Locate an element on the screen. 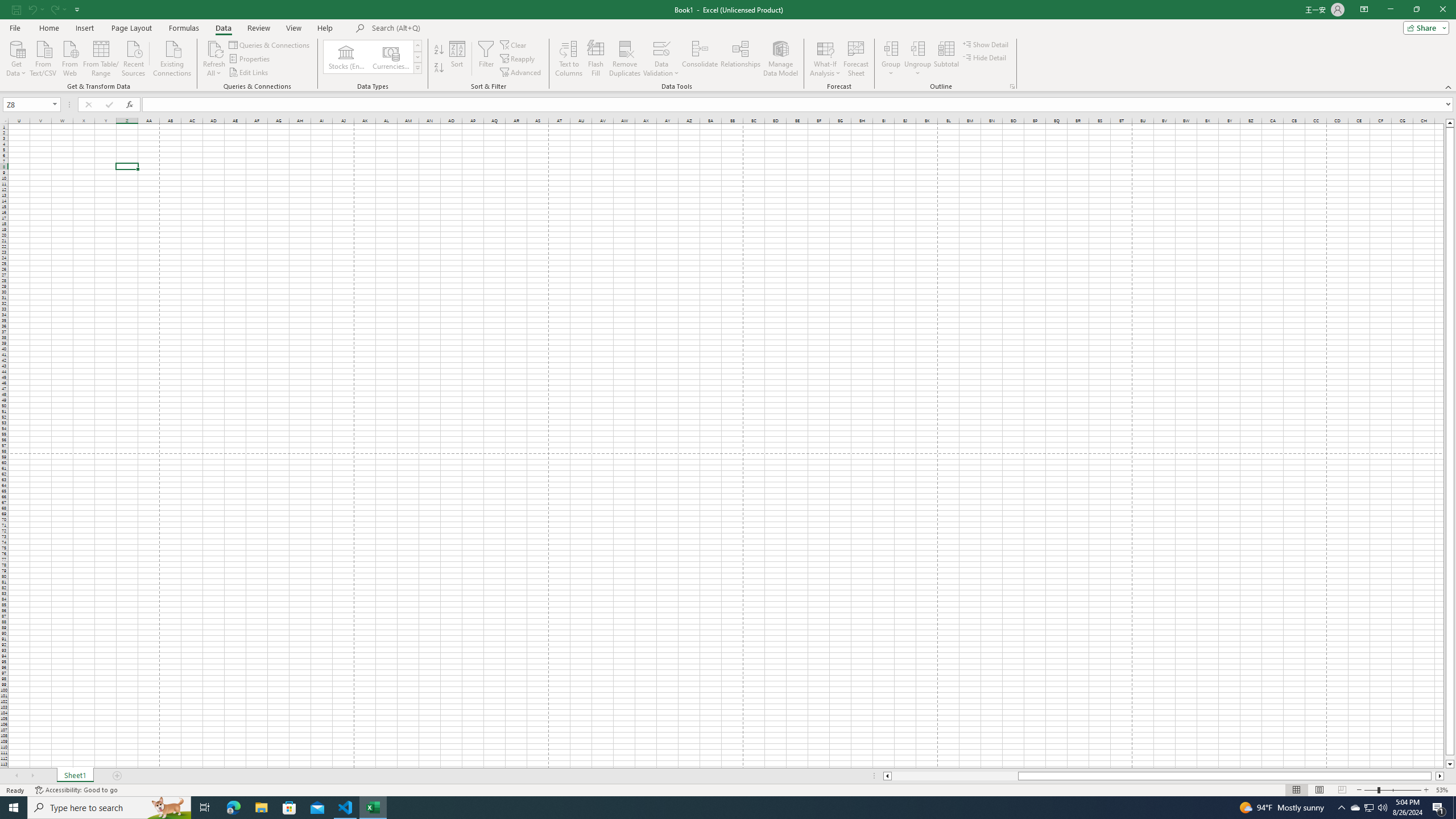  'Reapply' is located at coordinates (518, 59).